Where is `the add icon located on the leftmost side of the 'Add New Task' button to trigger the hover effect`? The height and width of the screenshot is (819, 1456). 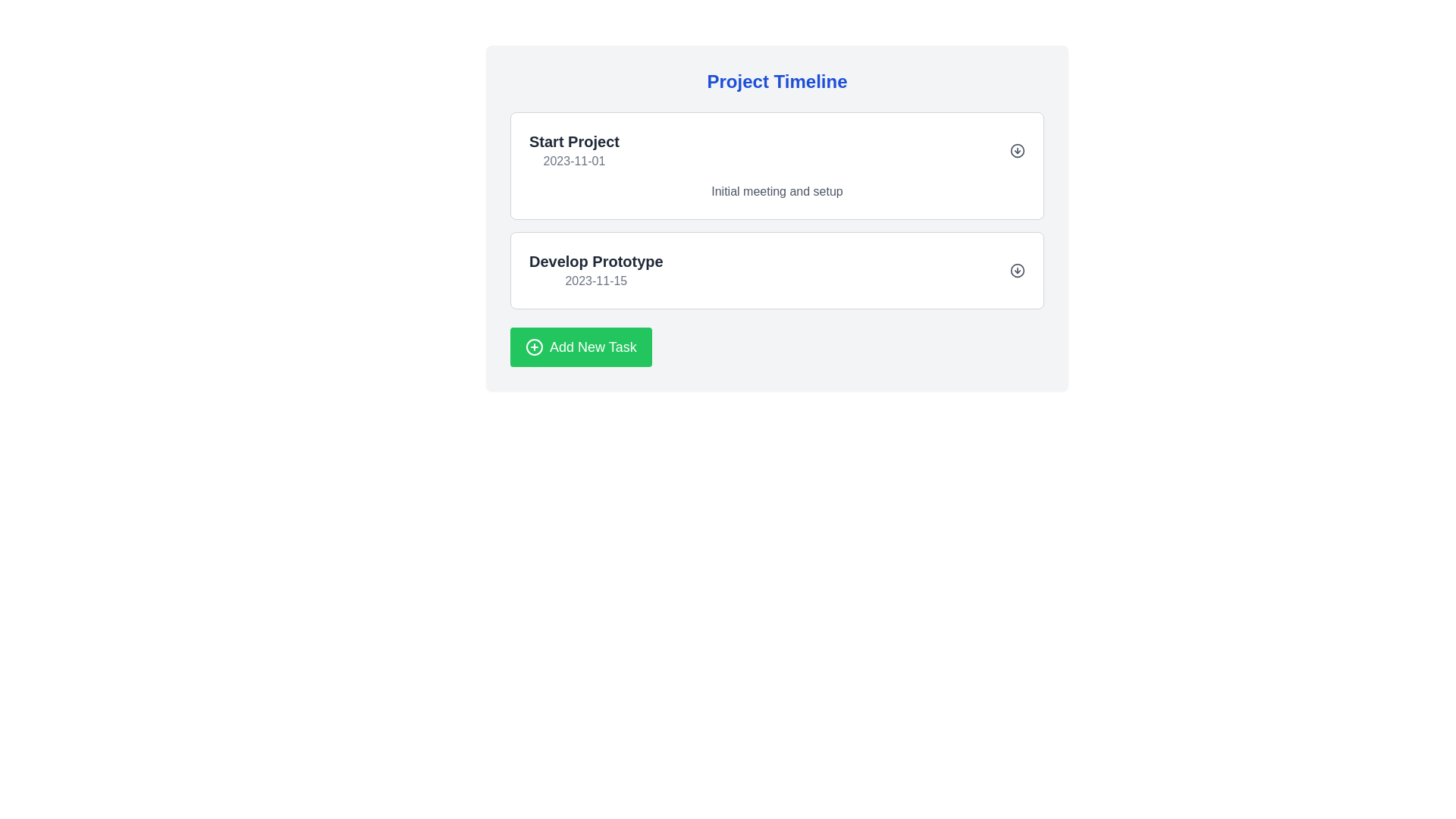 the add icon located on the leftmost side of the 'Add New Task' button to trigger the hover effect is located at coordinates (535, 347).